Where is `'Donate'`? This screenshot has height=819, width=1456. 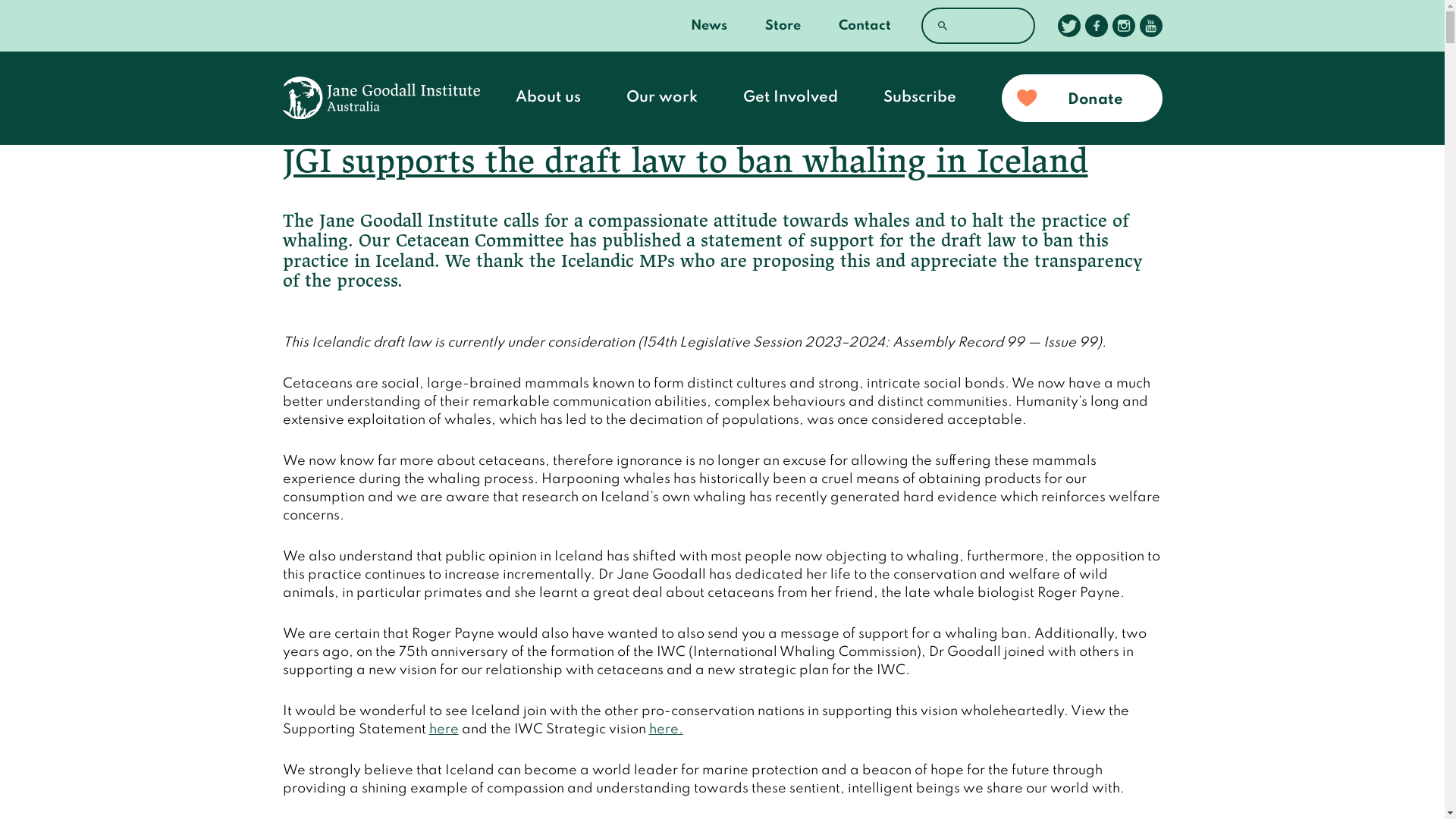 'Donate' is located at coordinates (1081, 98).